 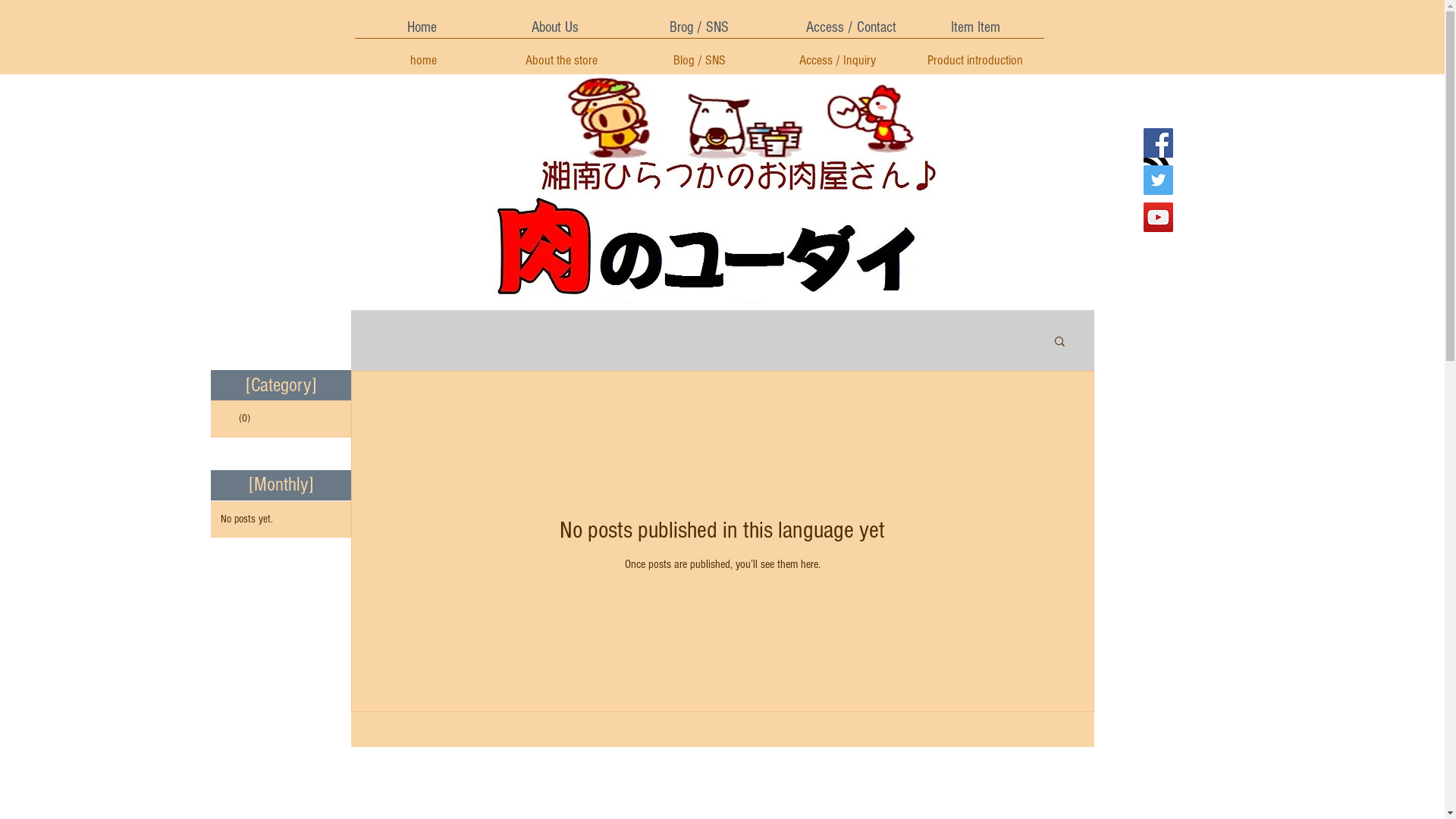 What do you see at coordinates (1121, 302) in the screenshot?
I see `'Twitter Follow'` at bounding box center [1121, 302].